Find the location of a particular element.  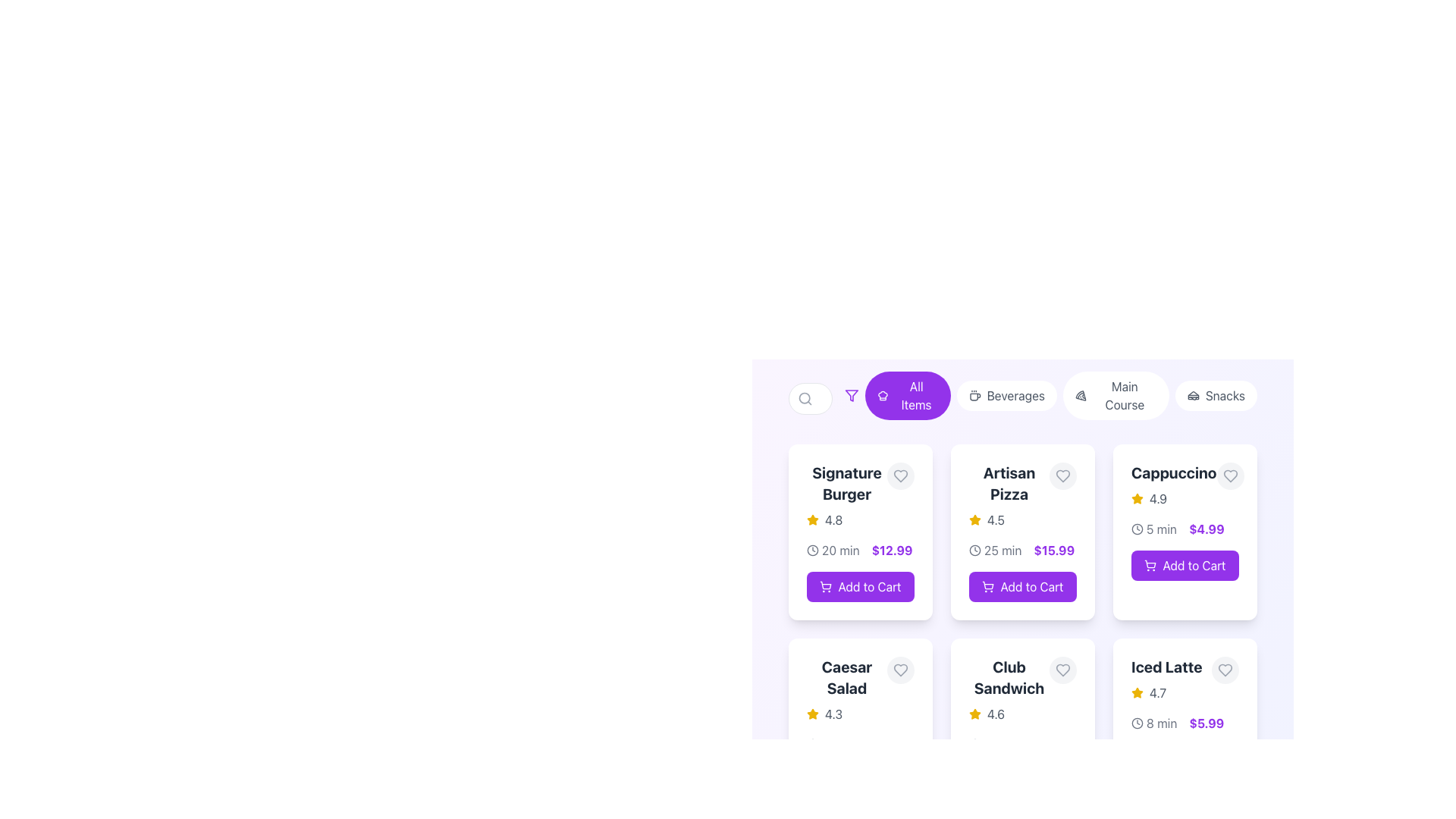

the heart icon embedded in the button located in the top-right corner of the Cappuccino card to mark the associated menu item as a favorite is located at coordinates (1230, 475).